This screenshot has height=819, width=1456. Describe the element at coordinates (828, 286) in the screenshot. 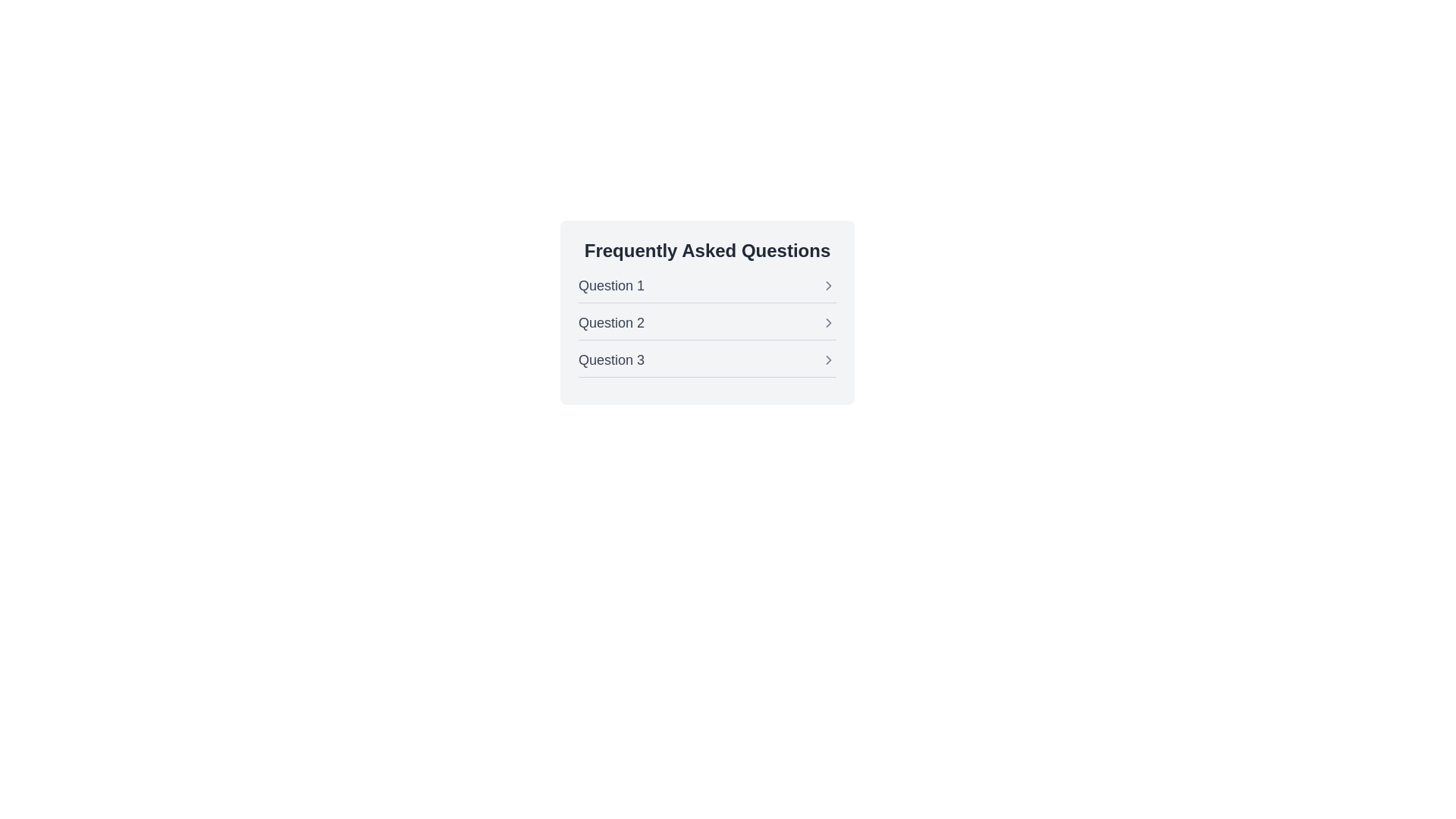

I see `the arrow icon pointing to the right, which is located to the right of the text 'Question 1' in the 'Frequently Asked Questions' section` at that location.